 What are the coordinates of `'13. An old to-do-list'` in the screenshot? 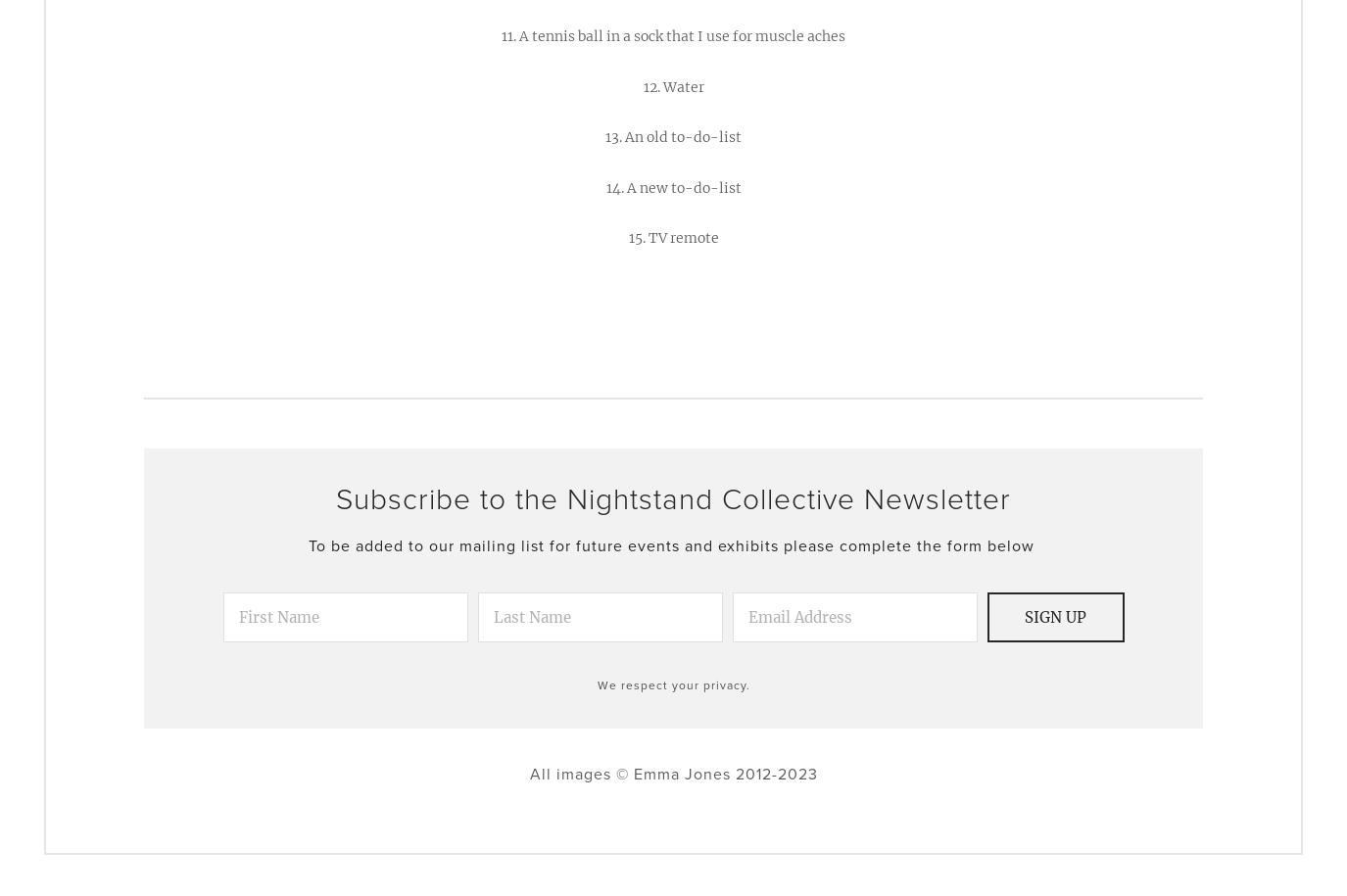 It's located at (604, 136).